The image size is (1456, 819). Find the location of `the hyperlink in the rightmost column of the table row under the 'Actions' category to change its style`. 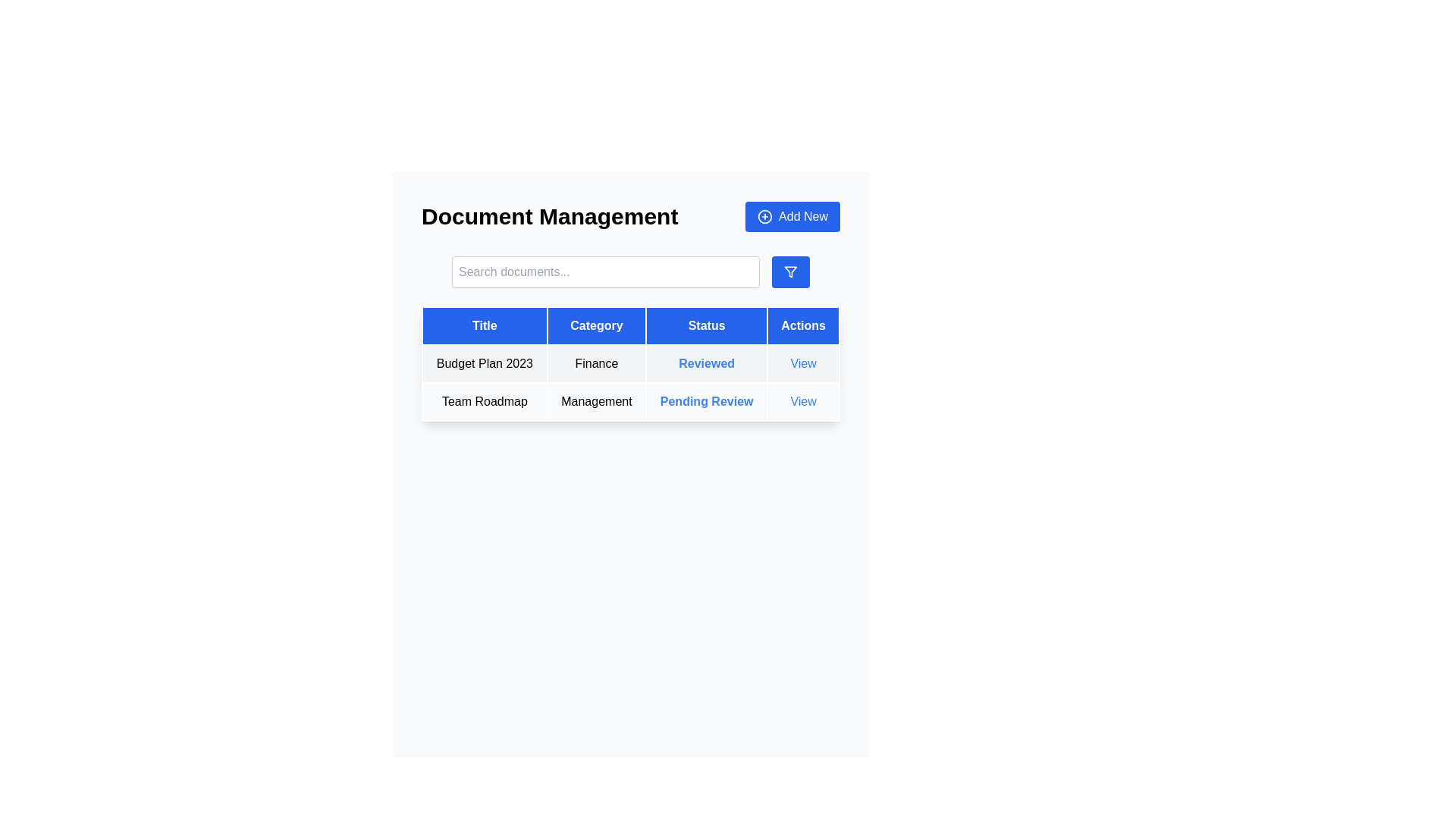

the hyperlink in the rightmost column of the table row under the 'Actions' category to change its style is located at coordinates (802, 400).